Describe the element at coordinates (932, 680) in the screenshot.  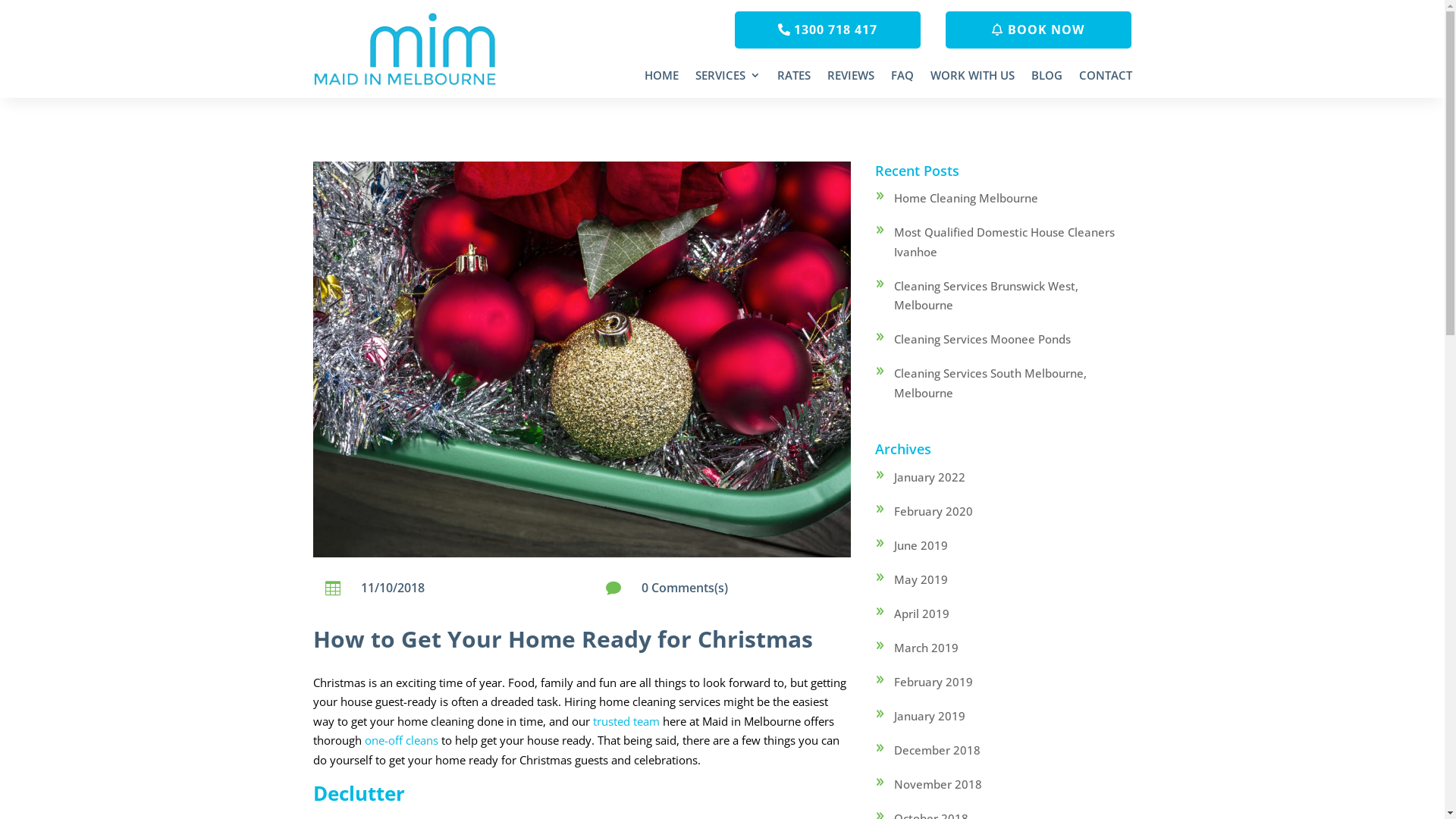
I see `'February 2019'` at that location.